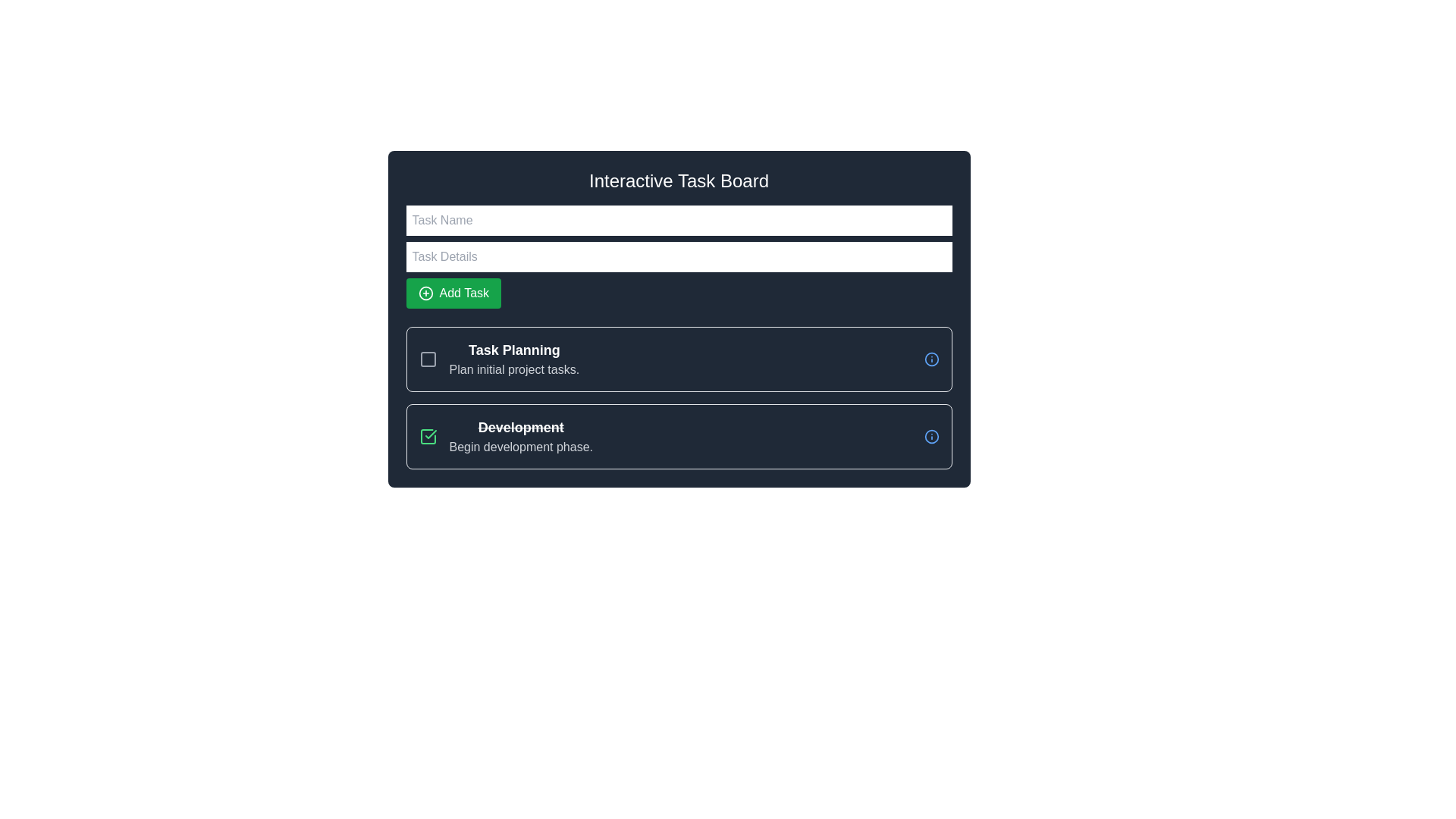  I want to click on the circular icon or button located on the far-right side of the 'Development' task section, so click(930, 436).